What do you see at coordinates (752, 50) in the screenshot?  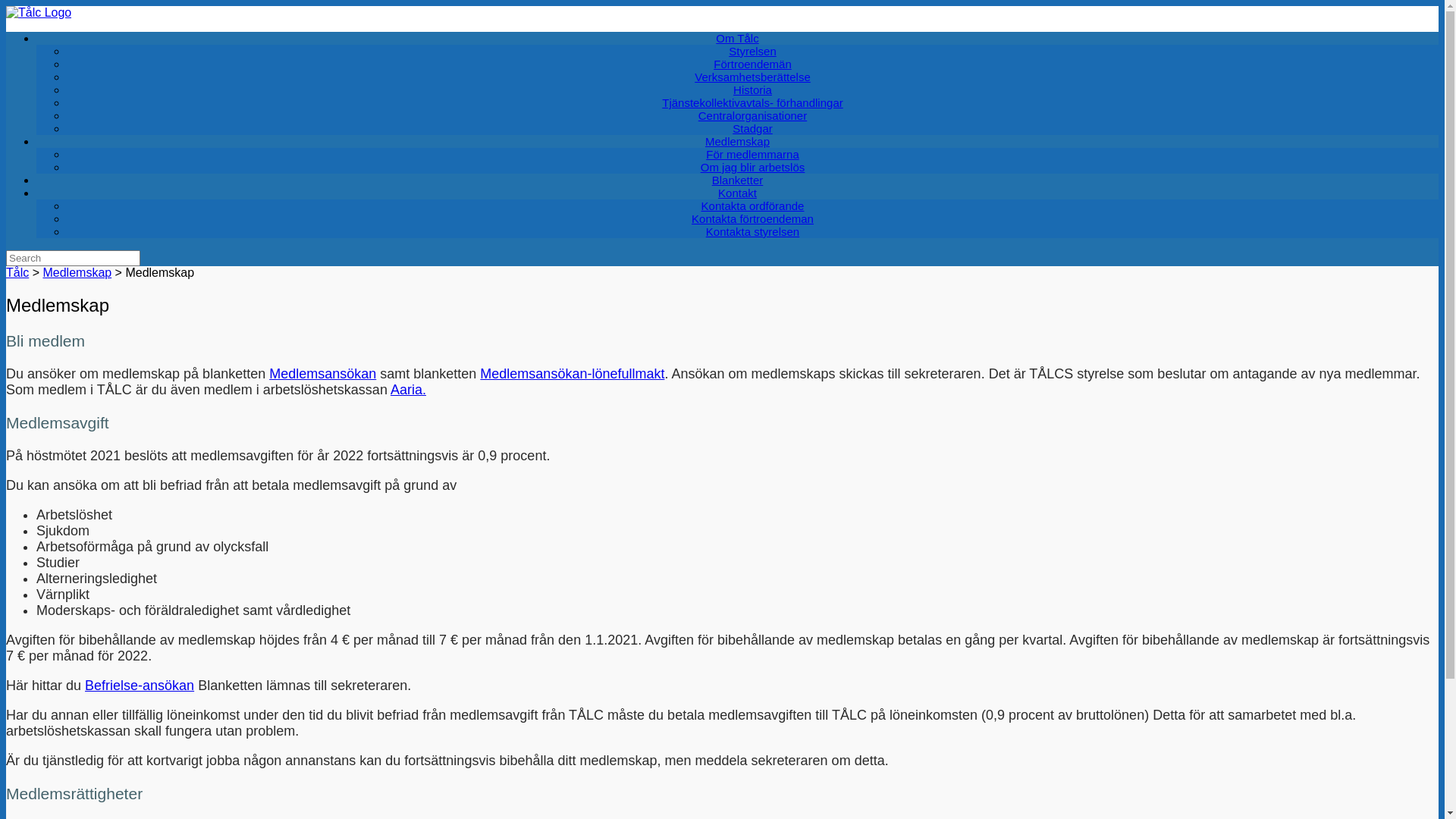 I see `'Styrelsen'` at bounding box center [752, 50].